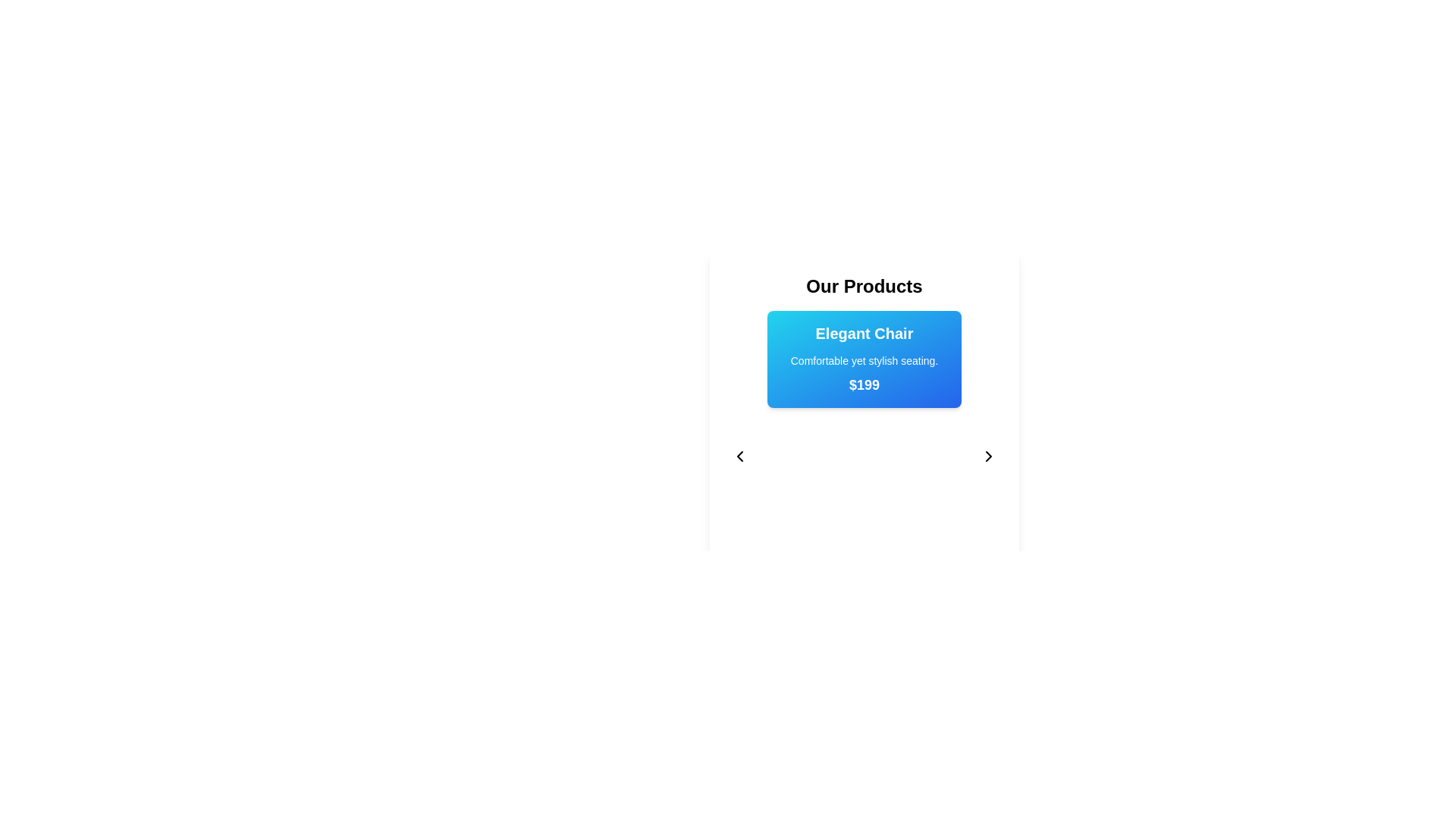 The image size is (1456, 819). Describe the element at coordinates (739, 455) in the screenshot. I see `the leftward-pointing chevron icon button to activate keyboard navigation` at that location.